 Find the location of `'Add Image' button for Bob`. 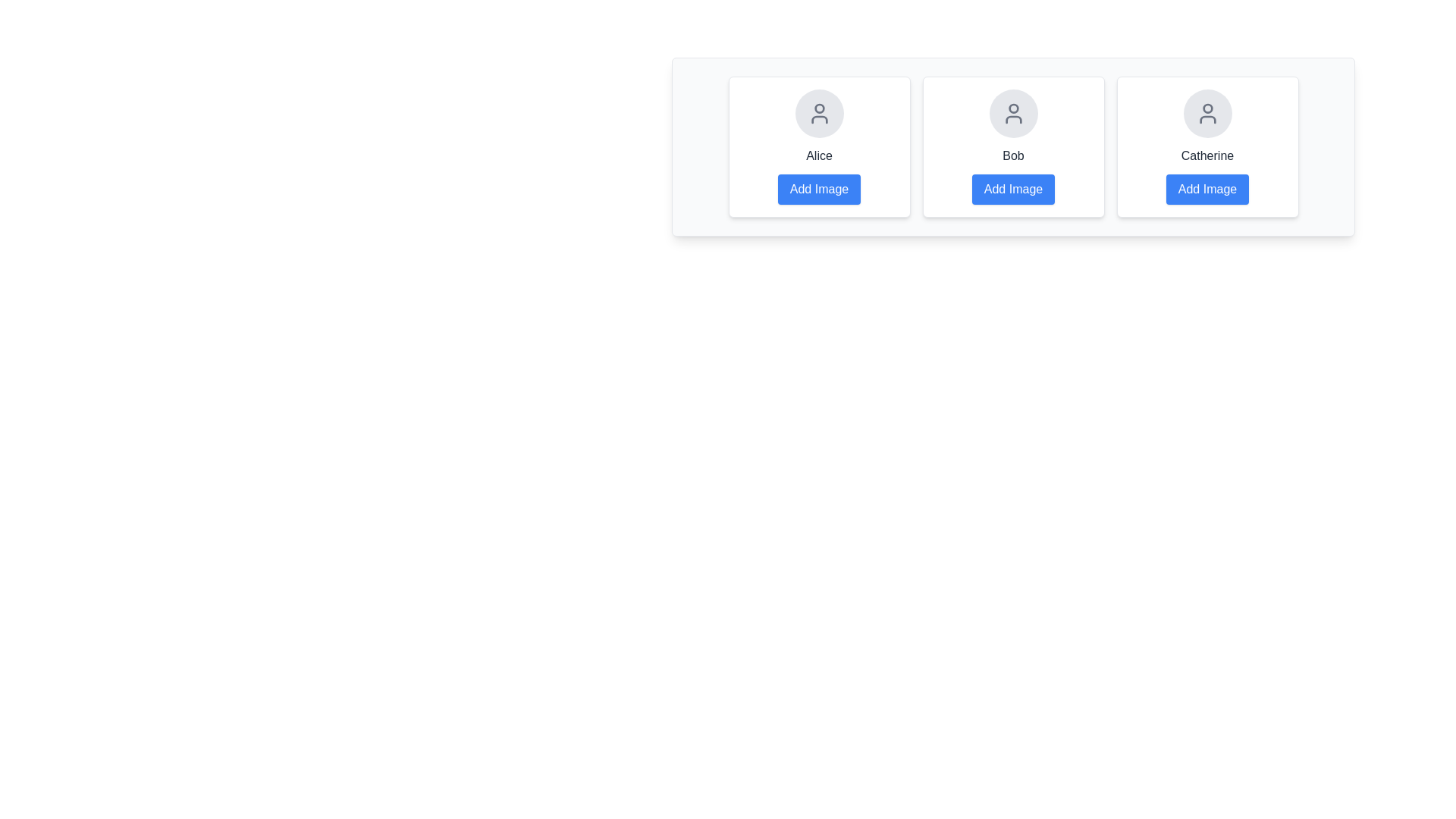

'Add Image' button for Bob is located at coordinates (1012, 189).